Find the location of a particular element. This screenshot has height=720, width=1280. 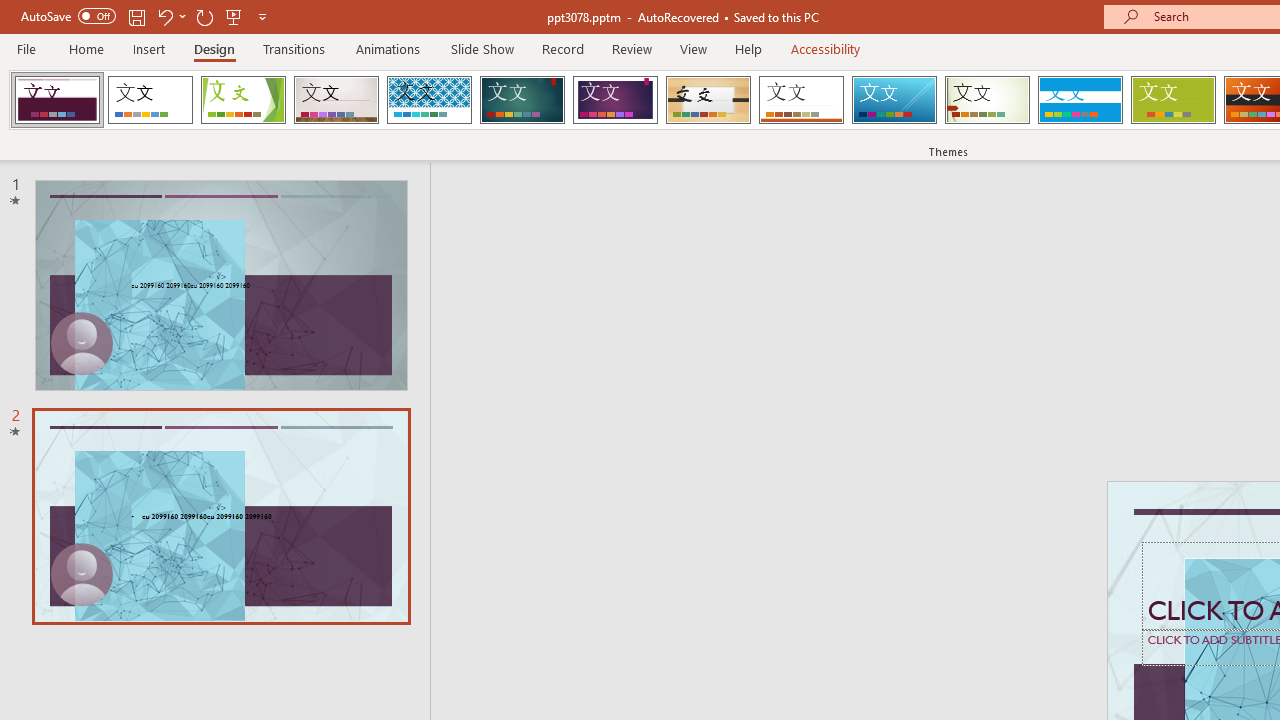

'Ion' is located at coordinates (522, 100).